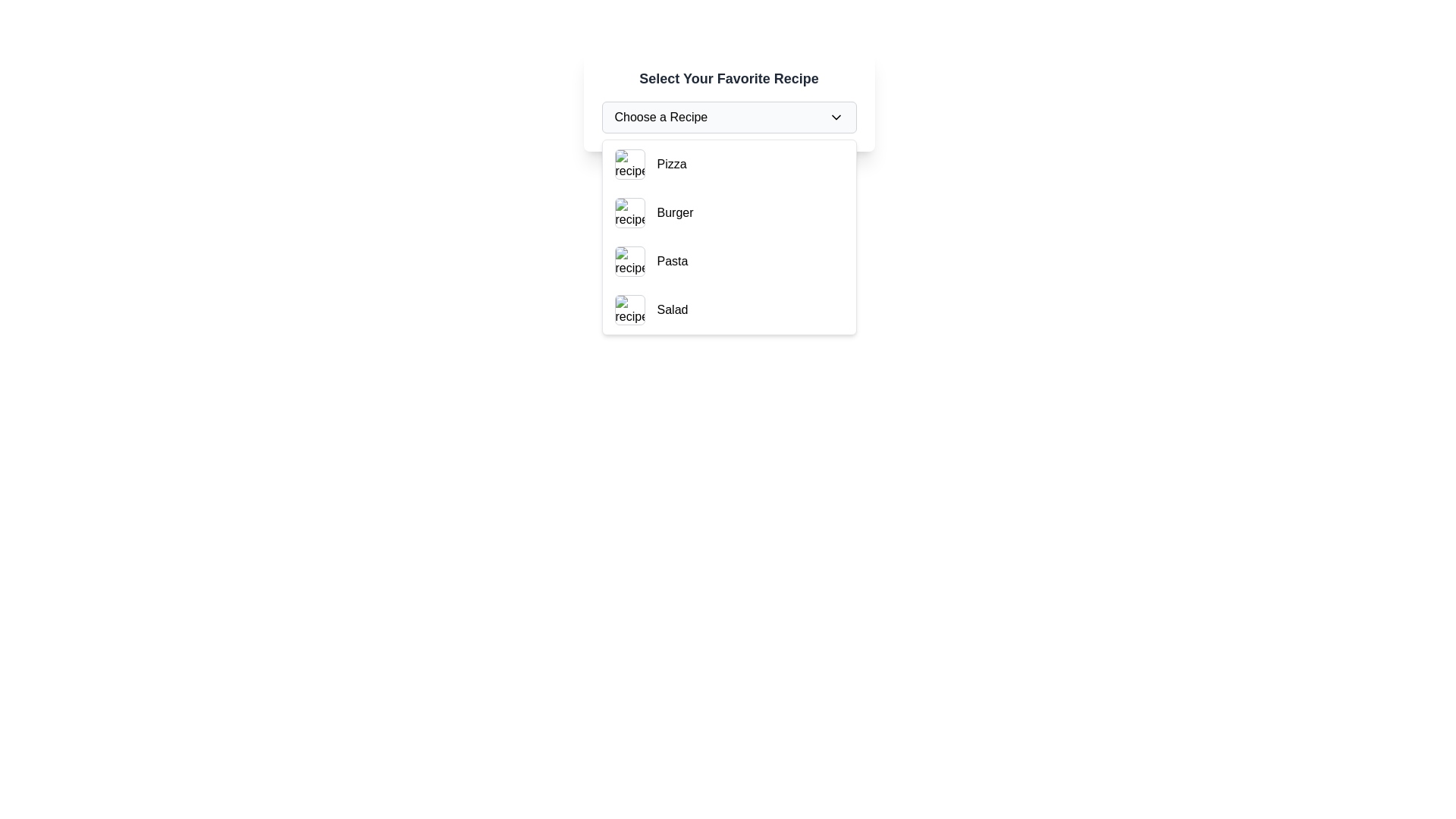 This screenshot has height=819, width=1456. Describe the element at coordinates (729, 213) in the screenshot. I see `to select the 'Burger' option from the second item in the vertical dropdown list, which includes a small square image labeled 'recipe' and is located below the 'Pizza' item` at that location.